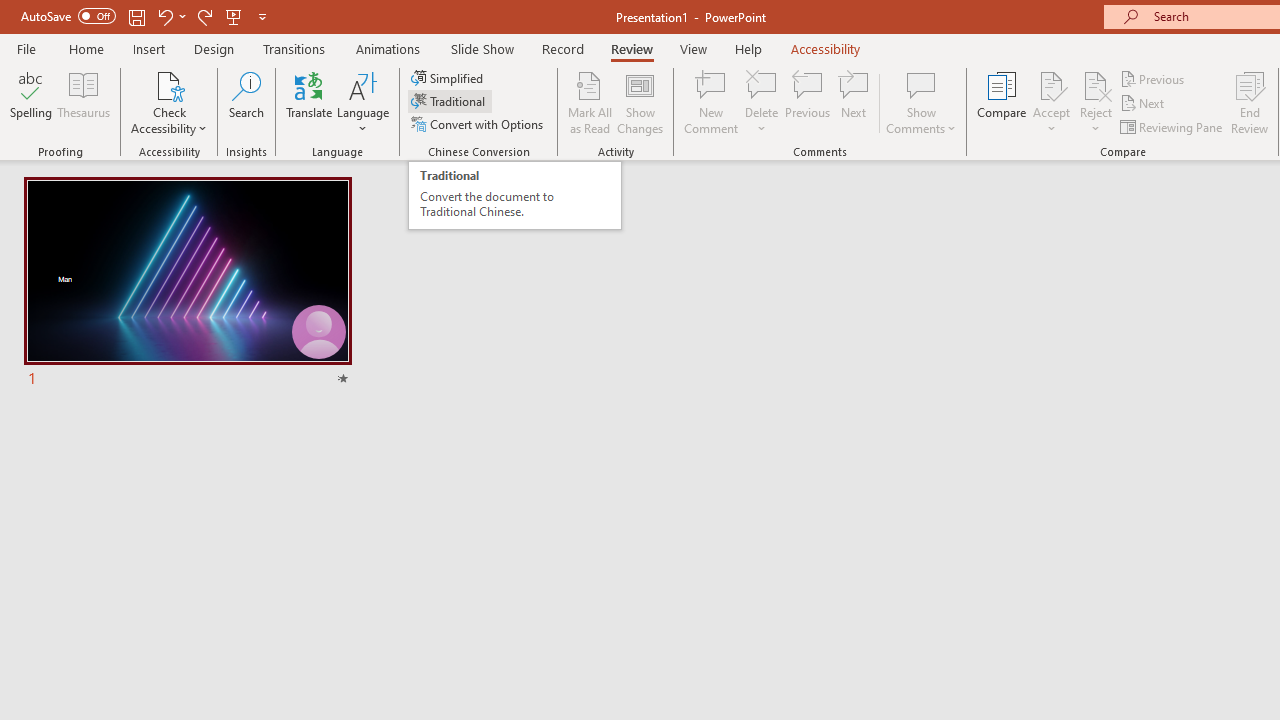 The image size is (1280, 720). I want to click on 'Delete', so click(761, 84).